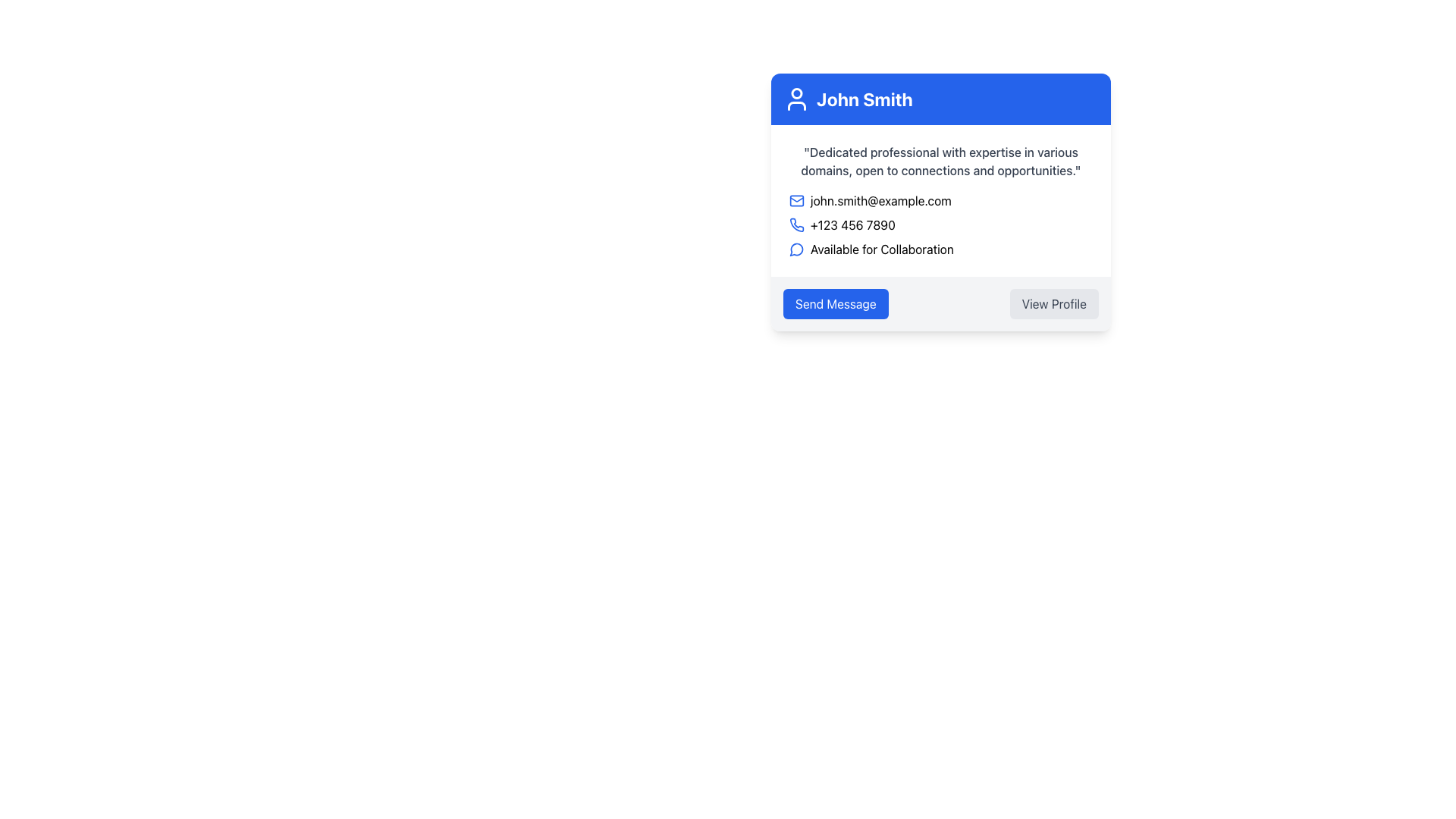 Image resolution: width=1456 pixels, height=819 pixels. Describe the element at coordinates (796, 248) in the screenshot. I see `the collaboration icon located to the left of the 'Available for Collaboration' text, positioned in the lower-right portion of its card component` at that location.